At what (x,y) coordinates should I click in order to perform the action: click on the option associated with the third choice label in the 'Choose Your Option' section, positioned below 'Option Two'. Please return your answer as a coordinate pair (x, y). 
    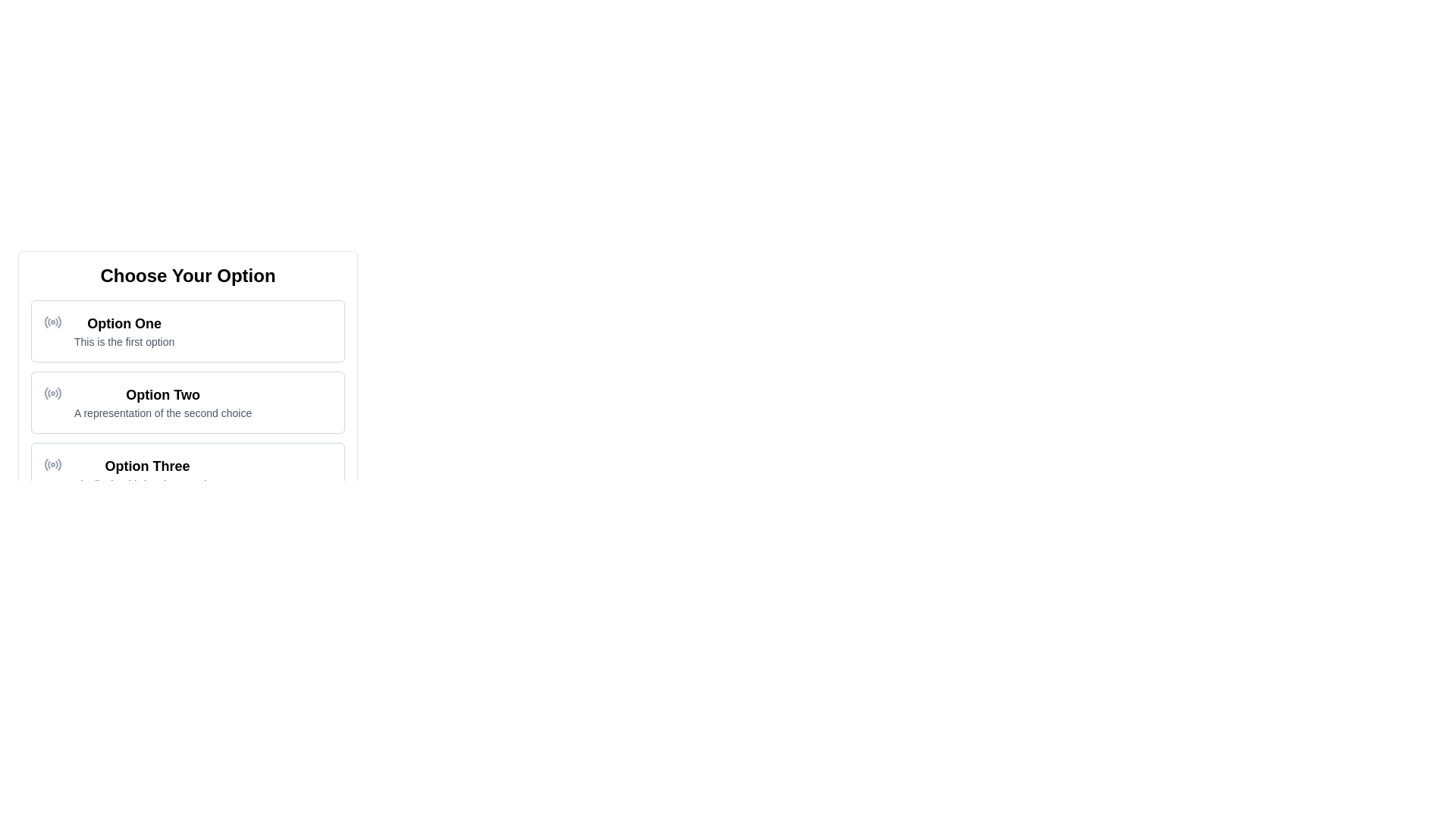
    Looking at the image, I should click on (147, 465).